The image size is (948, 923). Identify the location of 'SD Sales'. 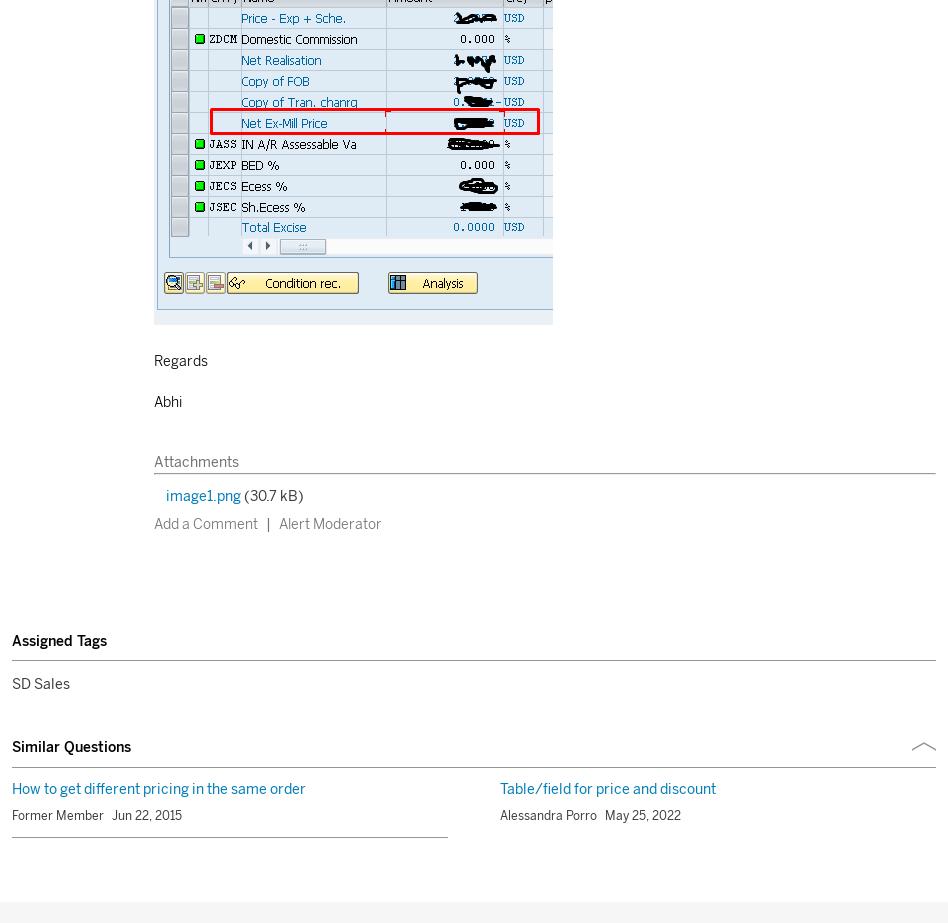
(40, 683).